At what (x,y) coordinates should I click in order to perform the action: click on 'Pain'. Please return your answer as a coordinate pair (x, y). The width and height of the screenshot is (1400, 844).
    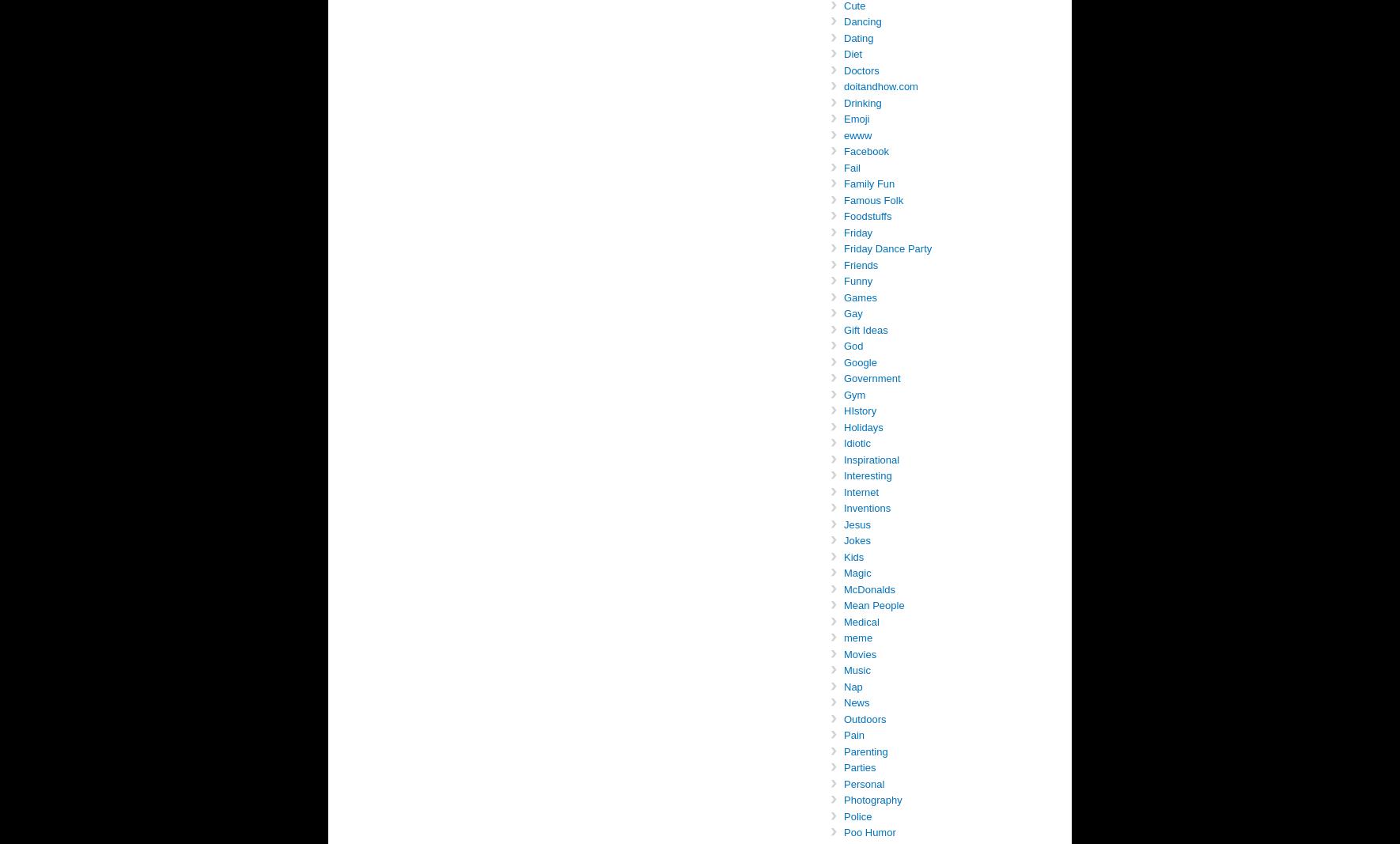
    Looking at the image, I should click on (854, 735).